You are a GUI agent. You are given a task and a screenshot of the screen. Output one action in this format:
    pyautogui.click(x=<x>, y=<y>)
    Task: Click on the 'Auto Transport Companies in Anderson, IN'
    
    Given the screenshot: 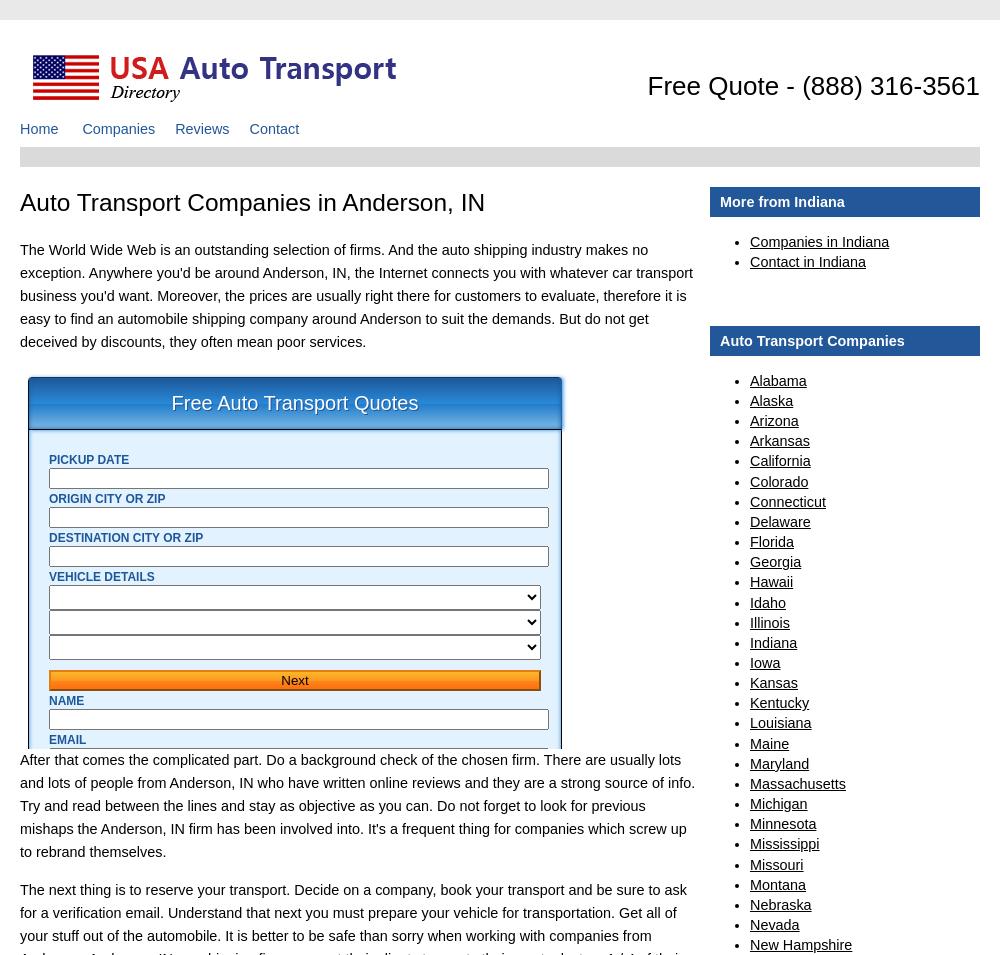 What is the action you would take?
    pyautogui.click(x=252, y=202)
    